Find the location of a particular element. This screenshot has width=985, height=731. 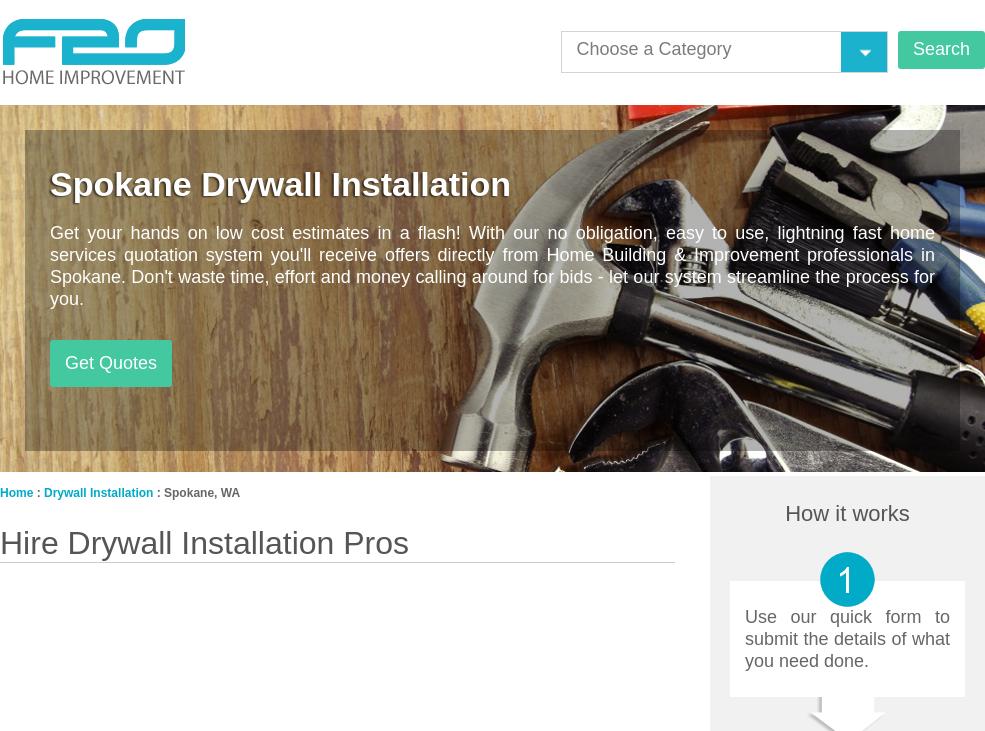

'Choose a Category' is located at coordinates (652, 47).